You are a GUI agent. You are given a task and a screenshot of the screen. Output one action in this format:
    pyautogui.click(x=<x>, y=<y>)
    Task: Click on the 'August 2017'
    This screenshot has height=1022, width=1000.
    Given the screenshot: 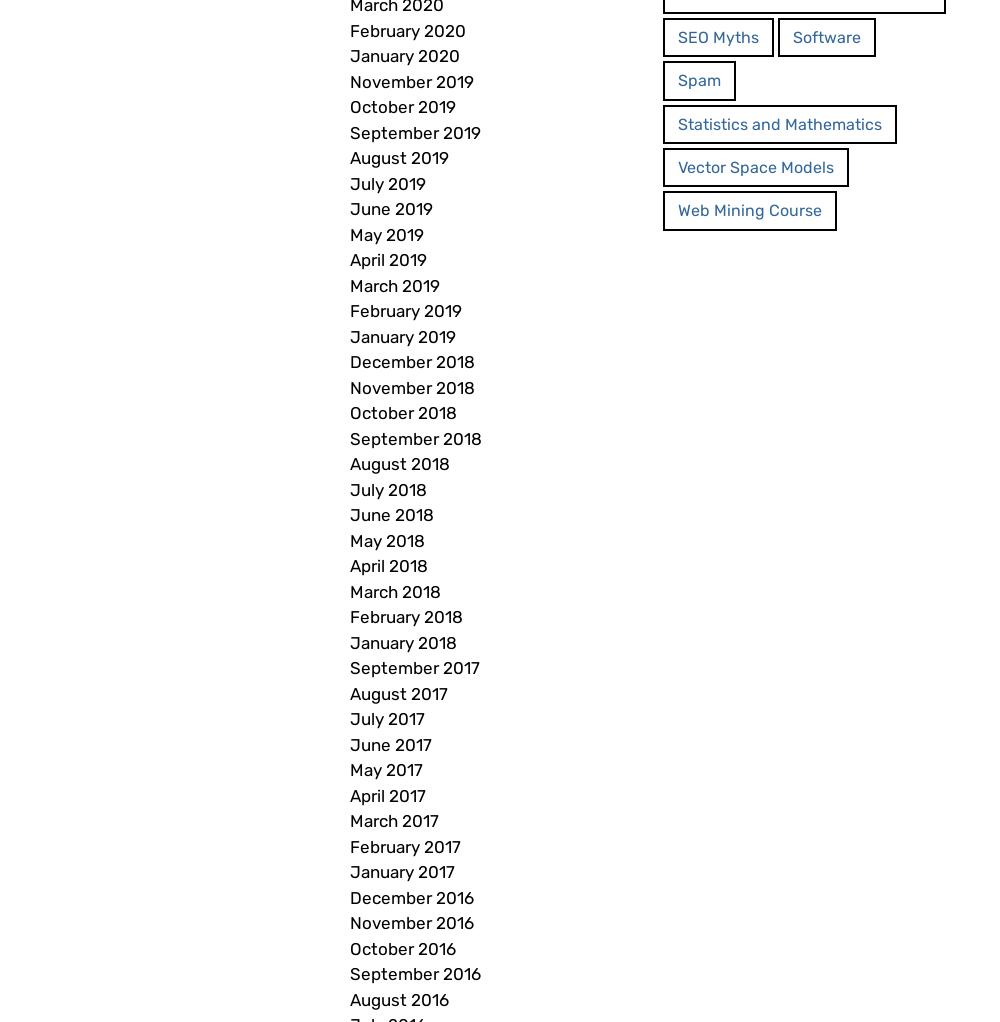 What is the action you would take?
    pyautogui.click(x=399, y=692)
    